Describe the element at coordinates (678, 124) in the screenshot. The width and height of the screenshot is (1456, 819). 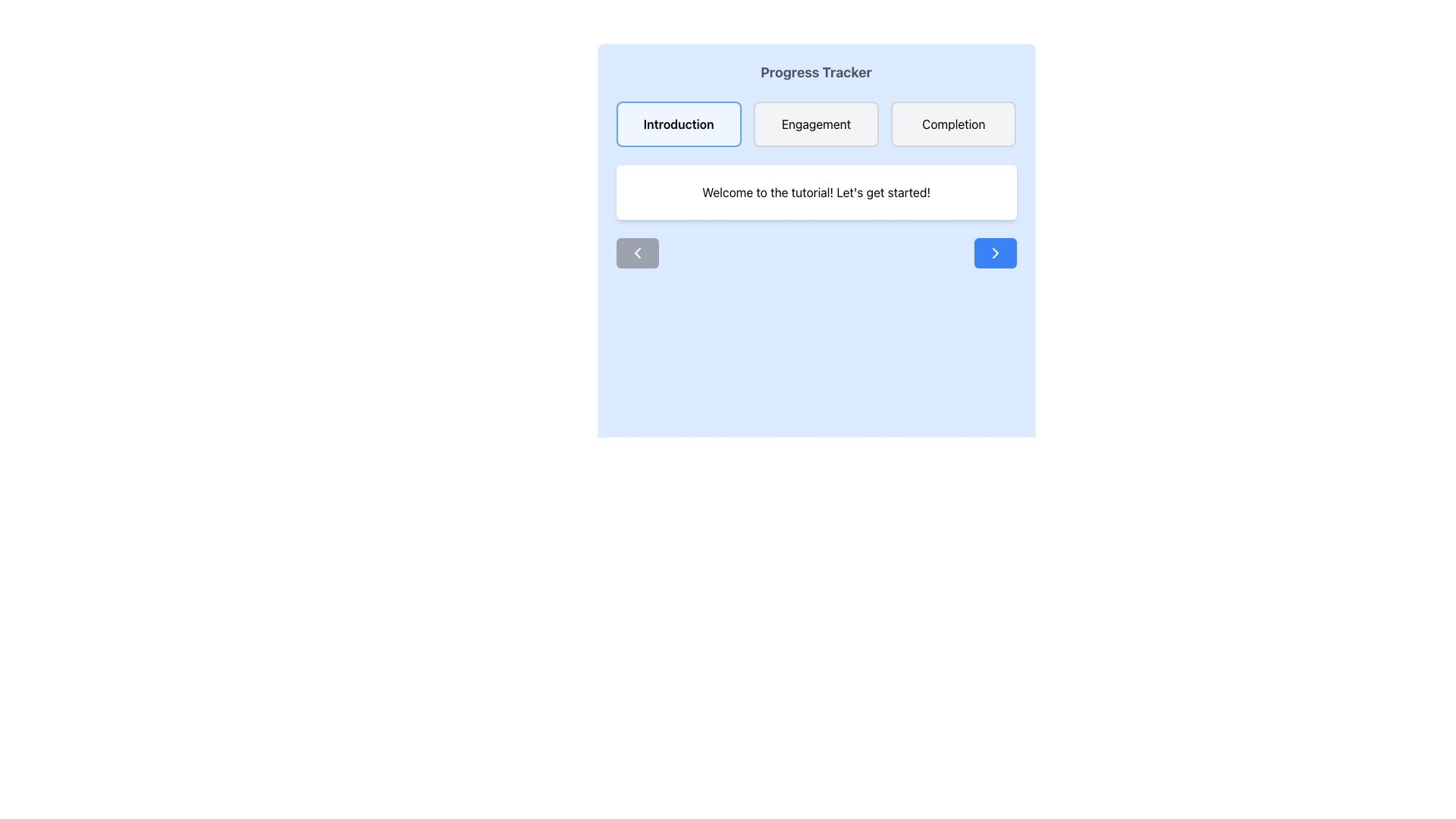
I see `the 'Introduction' text label in the 'Progress Tracker' section to identify the current position in the progress tracking interface` at that location.